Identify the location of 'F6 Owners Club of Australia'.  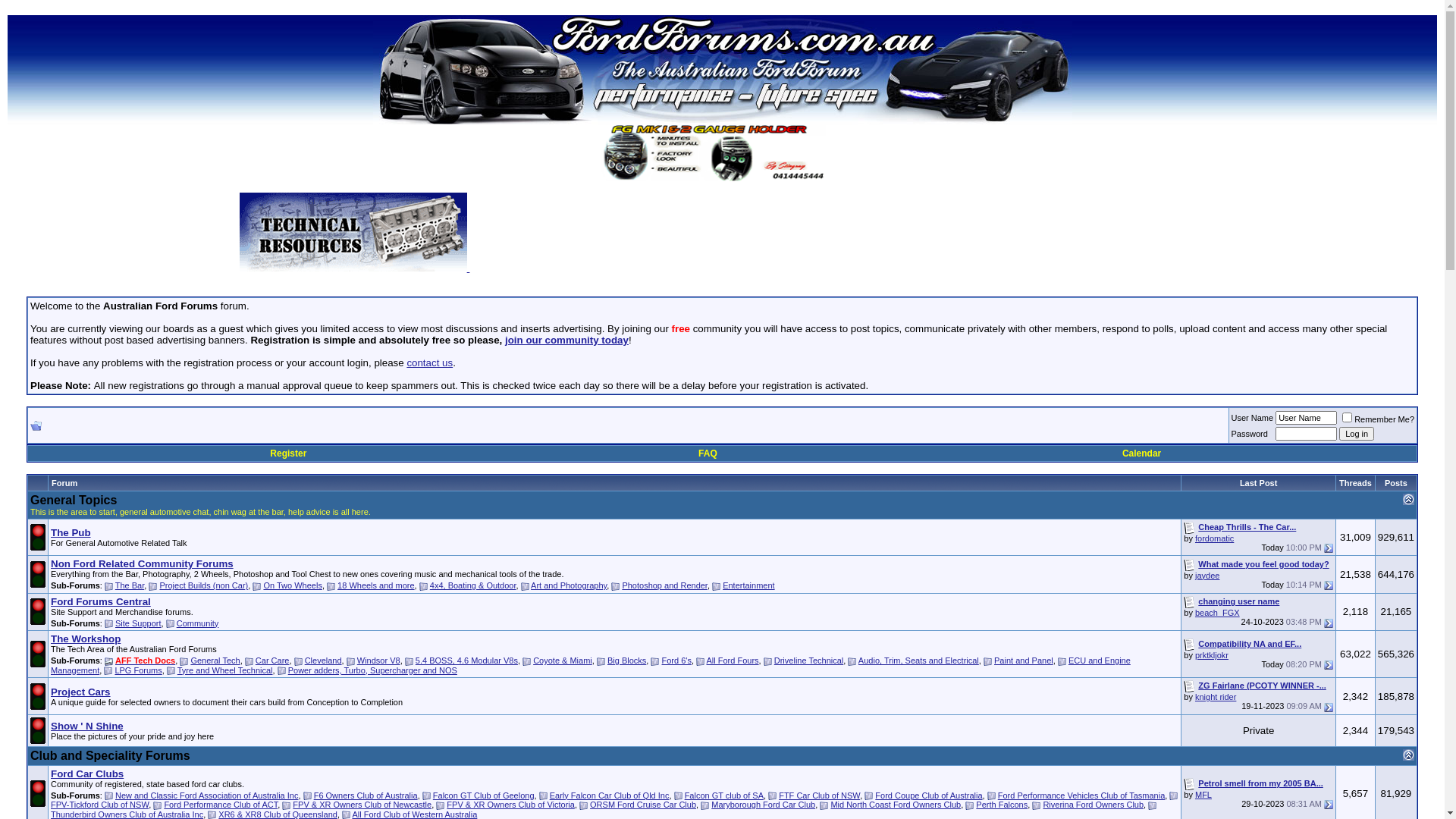
(366, 795).